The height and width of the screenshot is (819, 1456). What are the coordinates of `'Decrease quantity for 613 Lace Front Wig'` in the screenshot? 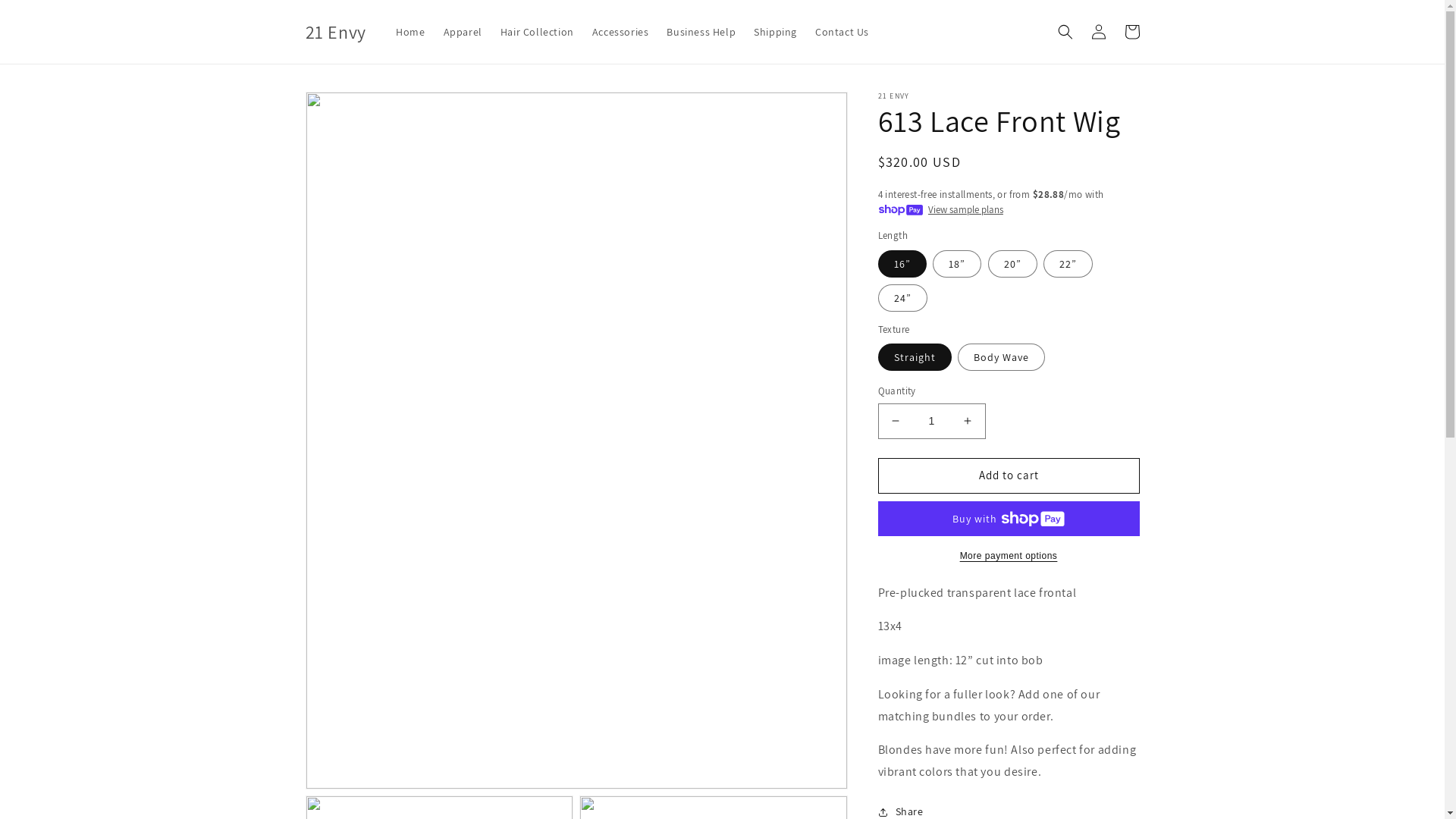 It's located at (895, 421).